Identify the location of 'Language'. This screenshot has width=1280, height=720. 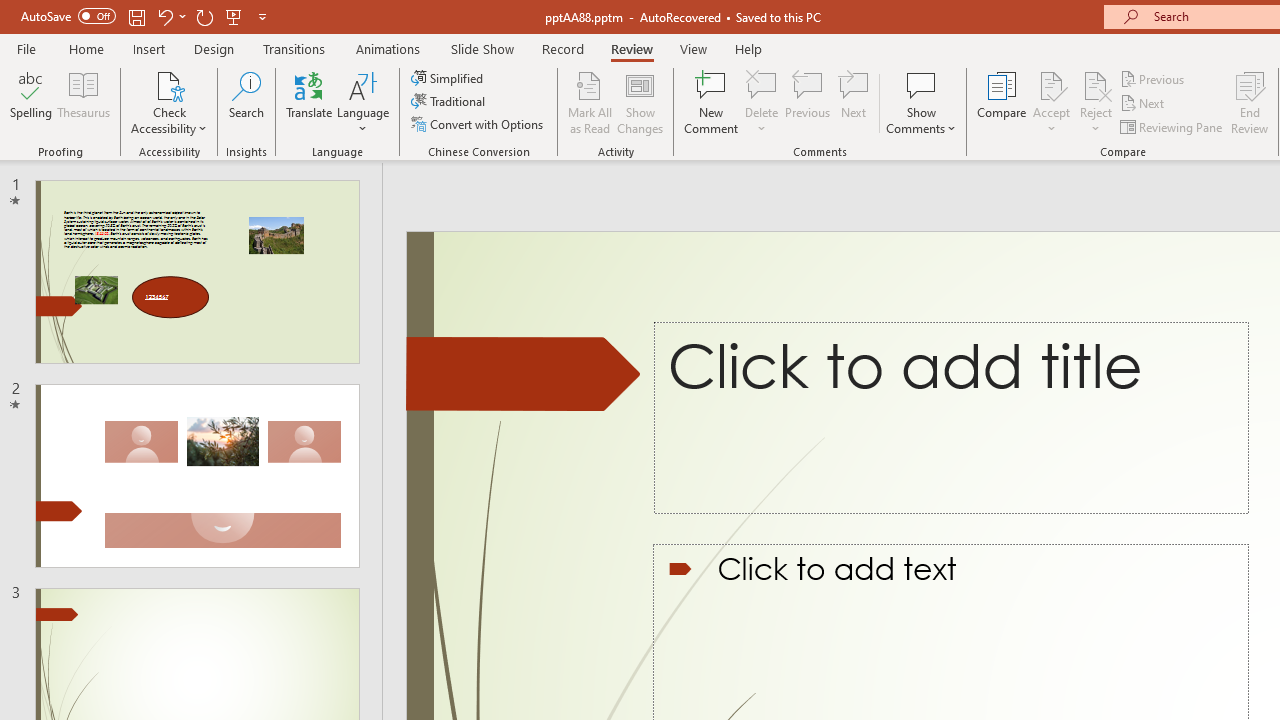
(363, 103).